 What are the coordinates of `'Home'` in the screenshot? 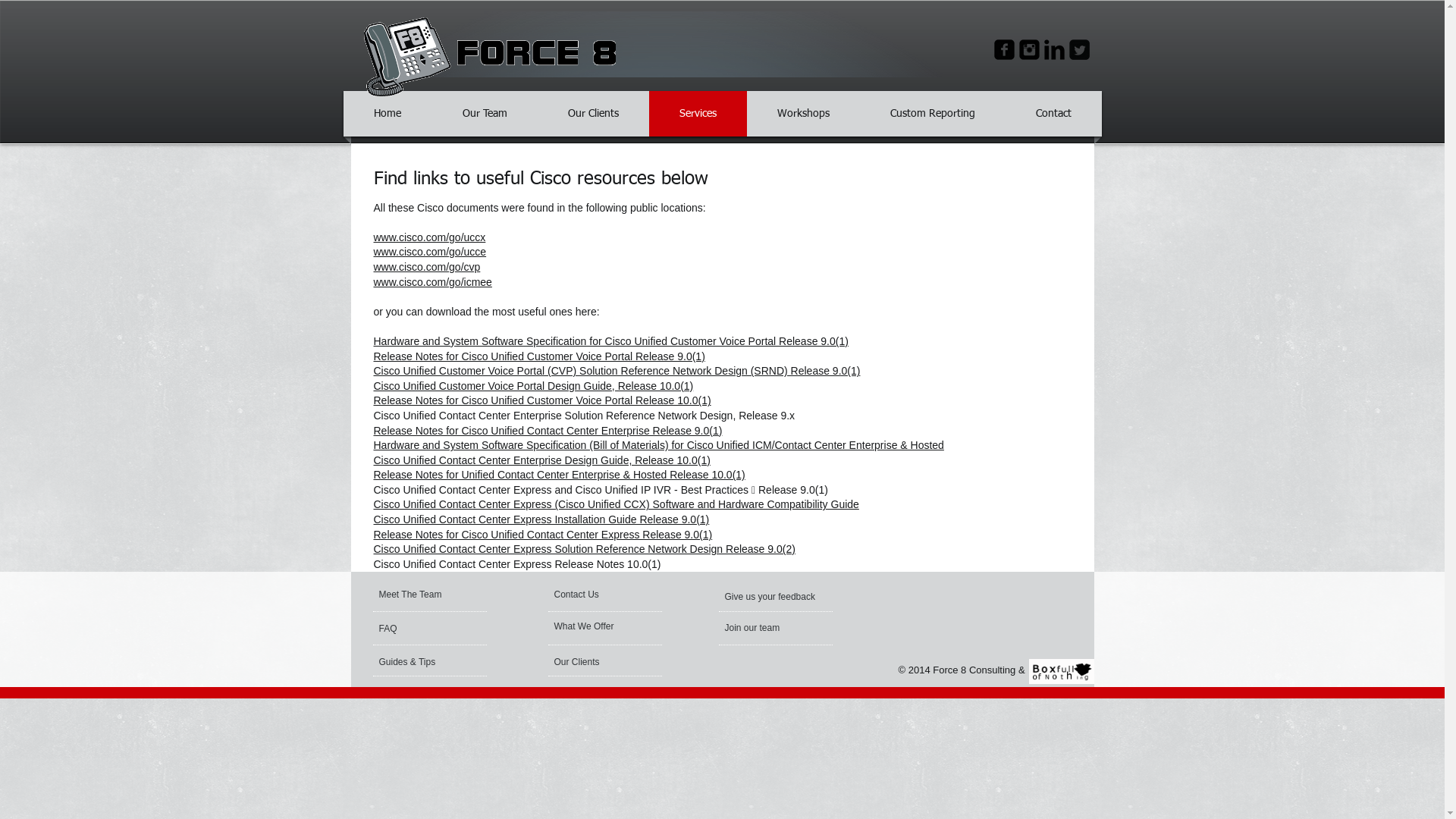 It's located at (388, 113).